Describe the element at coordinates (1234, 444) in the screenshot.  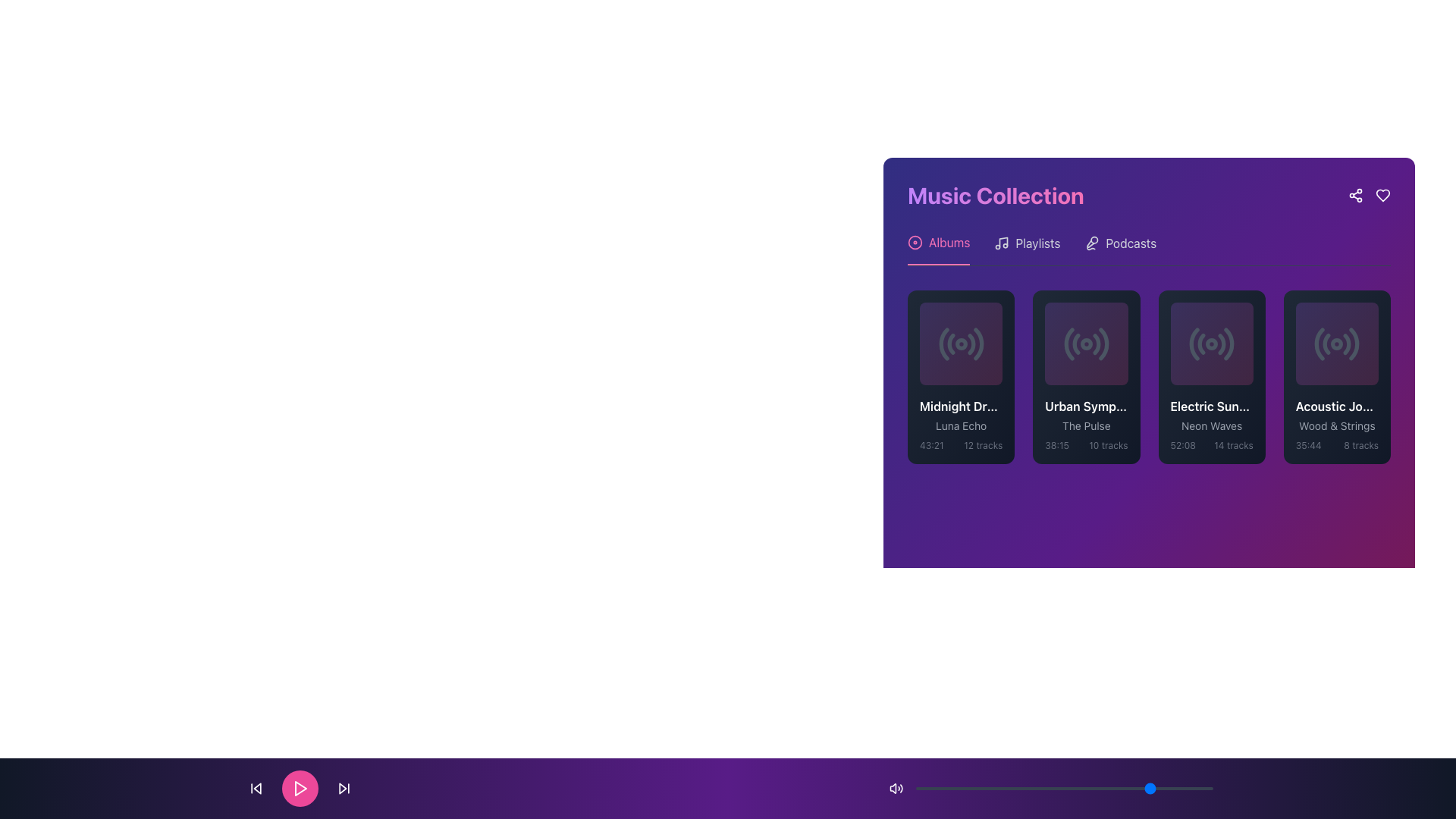
I see `the static text label displaying '14 tracks' located beside the duration '52:08' within the dark-themed card for the album 'Electric Sunset' under 'Neon Waves' in the 'Albums' section of the 'Music Collection' interface` at that location.